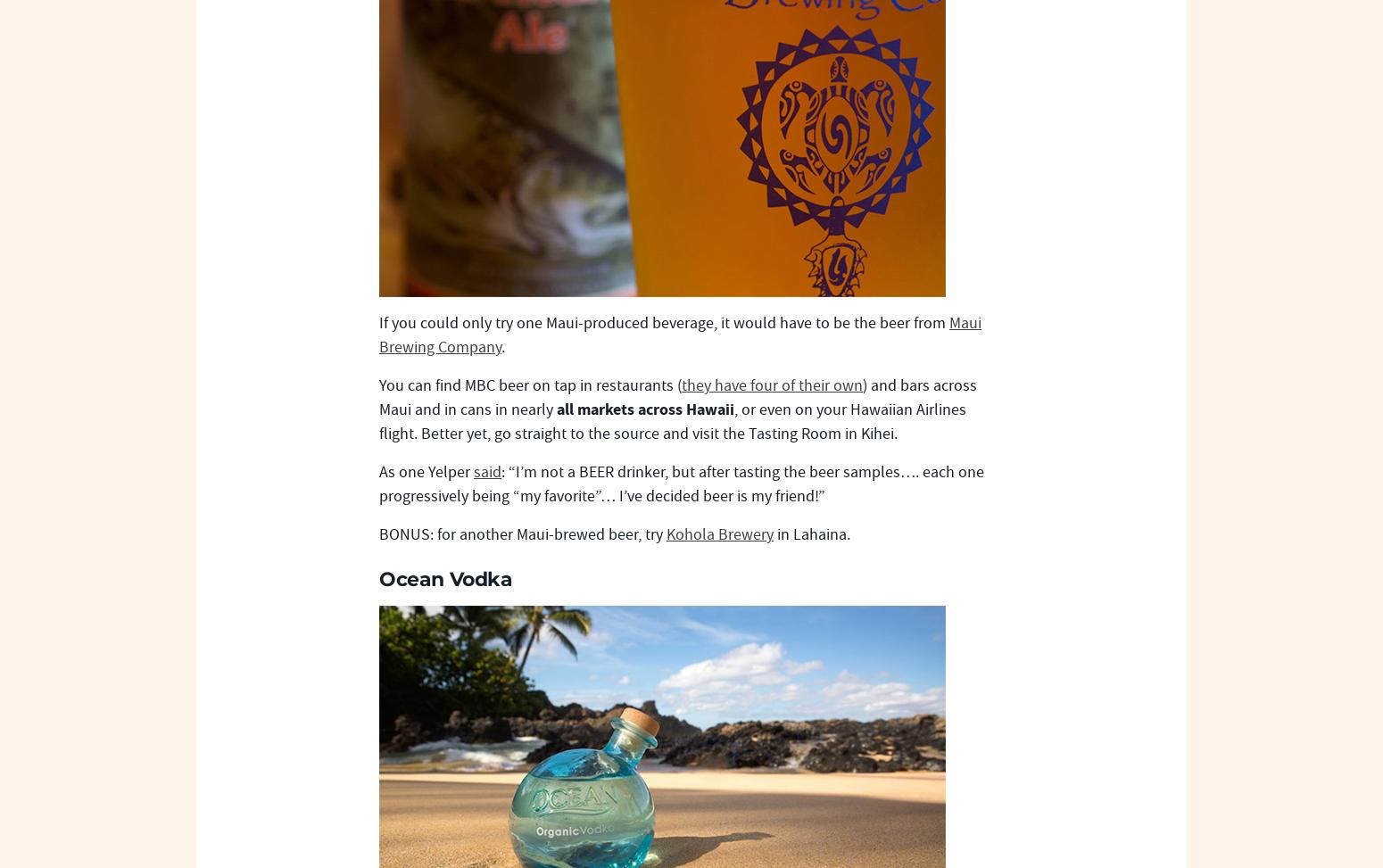 The image size is (1383, 868). Describe the element at coordinates (379, 334) in the screenshot. I see `'Maui Brewing Company'` at that location.